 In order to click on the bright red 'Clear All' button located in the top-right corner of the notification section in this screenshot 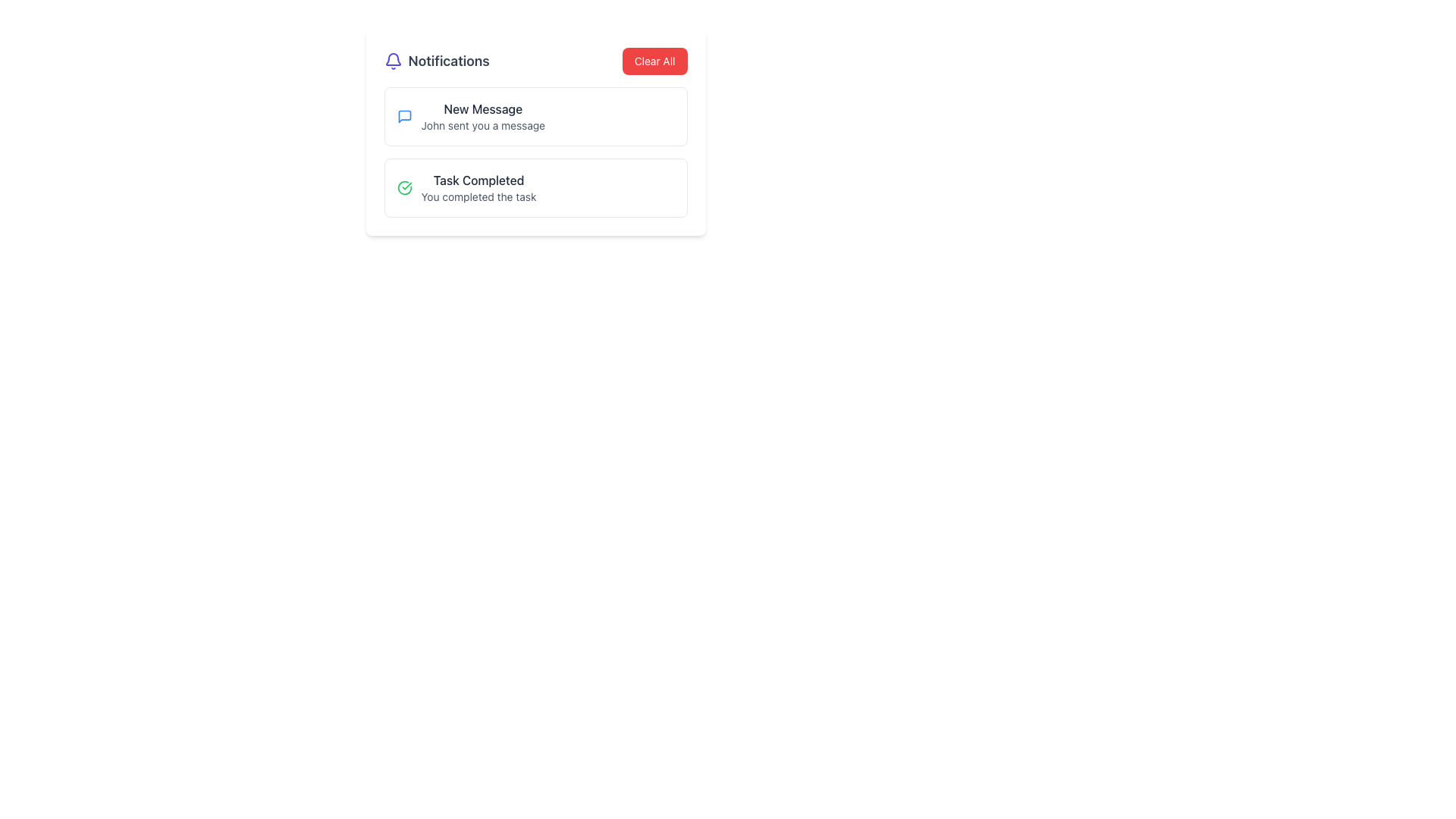, I will do `click(654, 61)`.